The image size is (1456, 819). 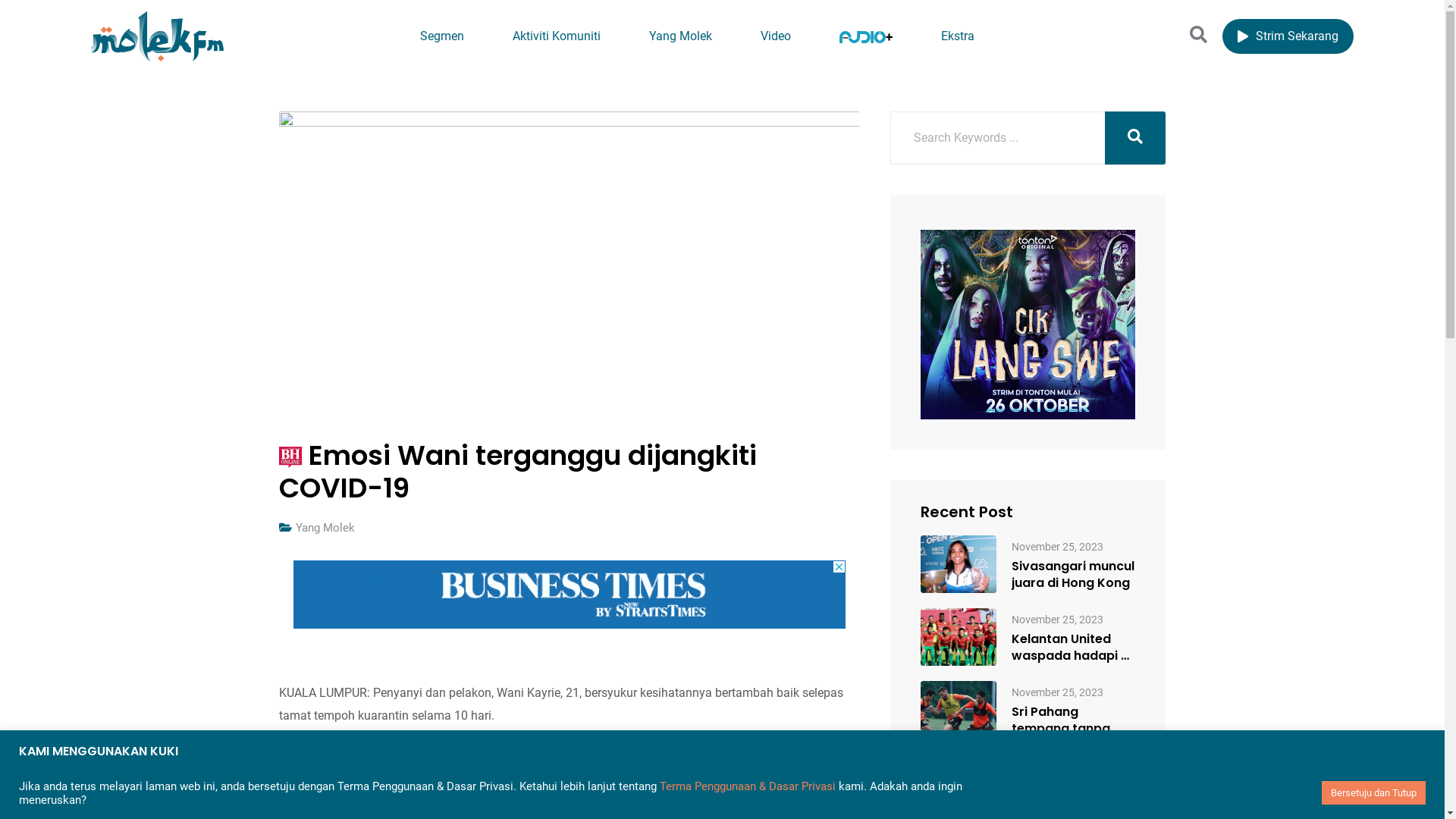 What do you see at coordinates (295, 526) in the screenshot?
I see `'Yang Molek'` at bounding box center [295, 526].